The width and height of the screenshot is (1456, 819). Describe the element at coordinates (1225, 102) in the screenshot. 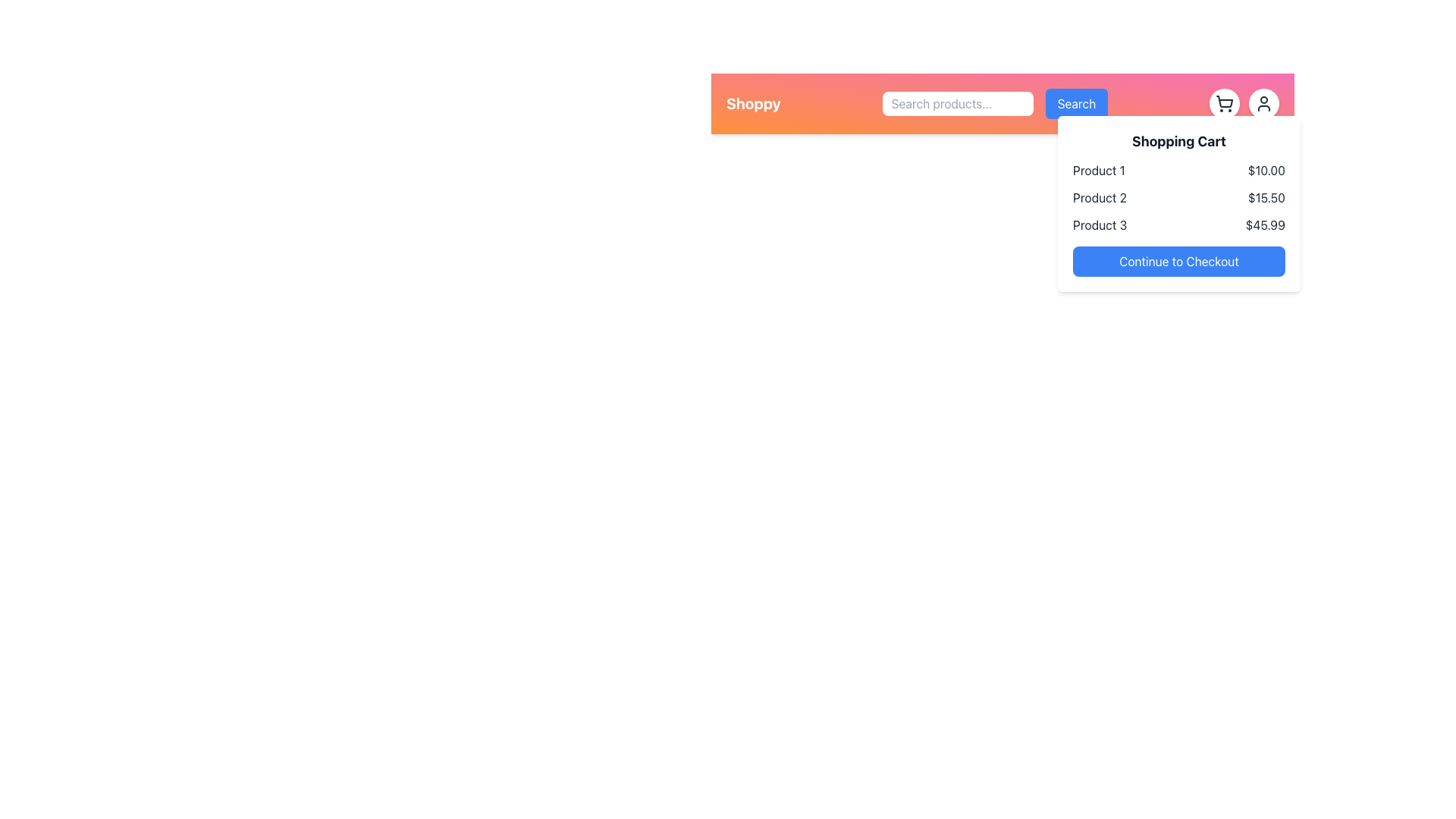

I see `the central part of the shopping cart icon located at the top-right of the layout` at that location.